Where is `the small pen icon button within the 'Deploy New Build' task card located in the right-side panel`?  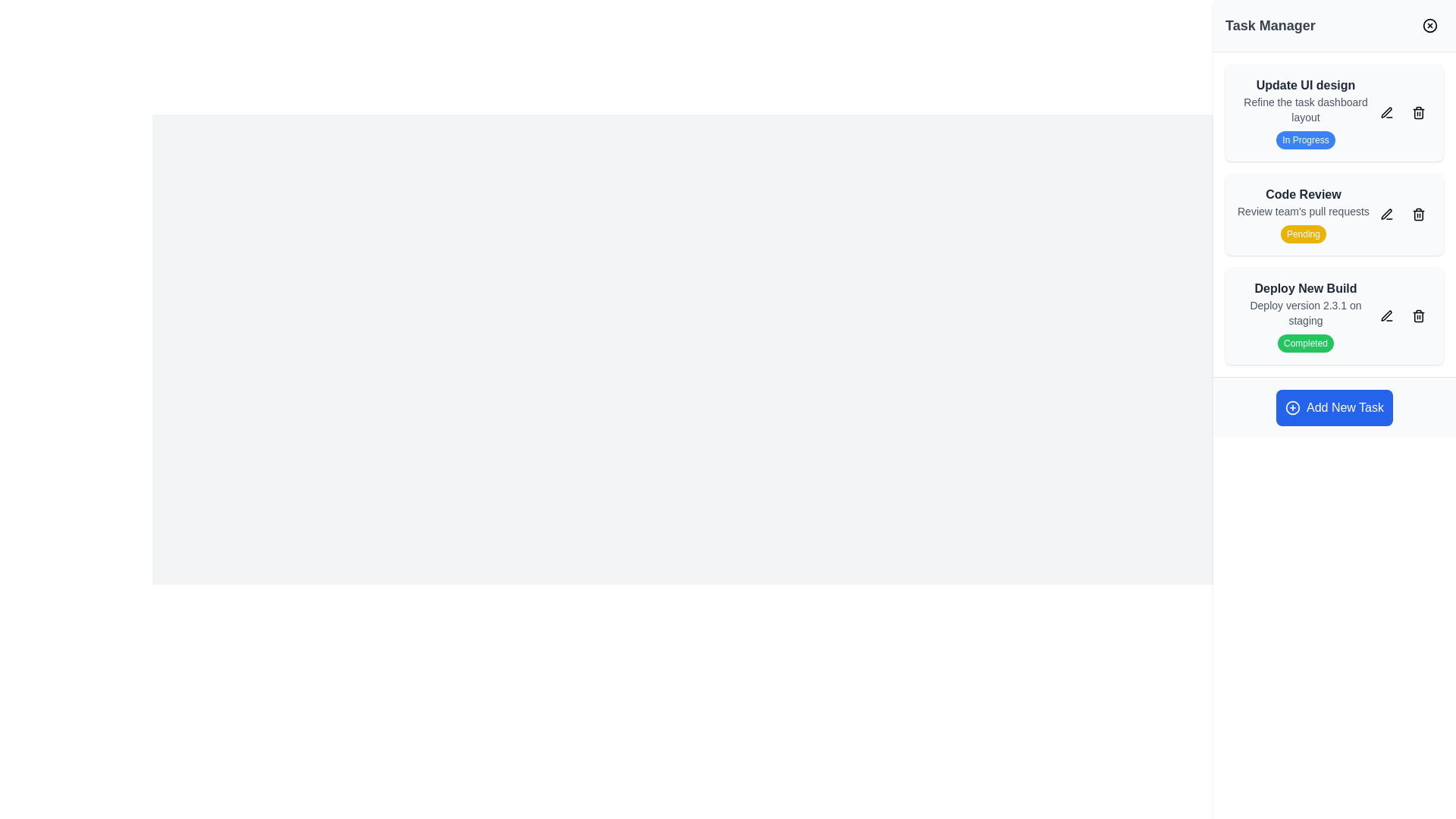
the small pen icon button within the 'Deploy New Build' task card located in the right-side panel is located at coordinates (1386, 315).